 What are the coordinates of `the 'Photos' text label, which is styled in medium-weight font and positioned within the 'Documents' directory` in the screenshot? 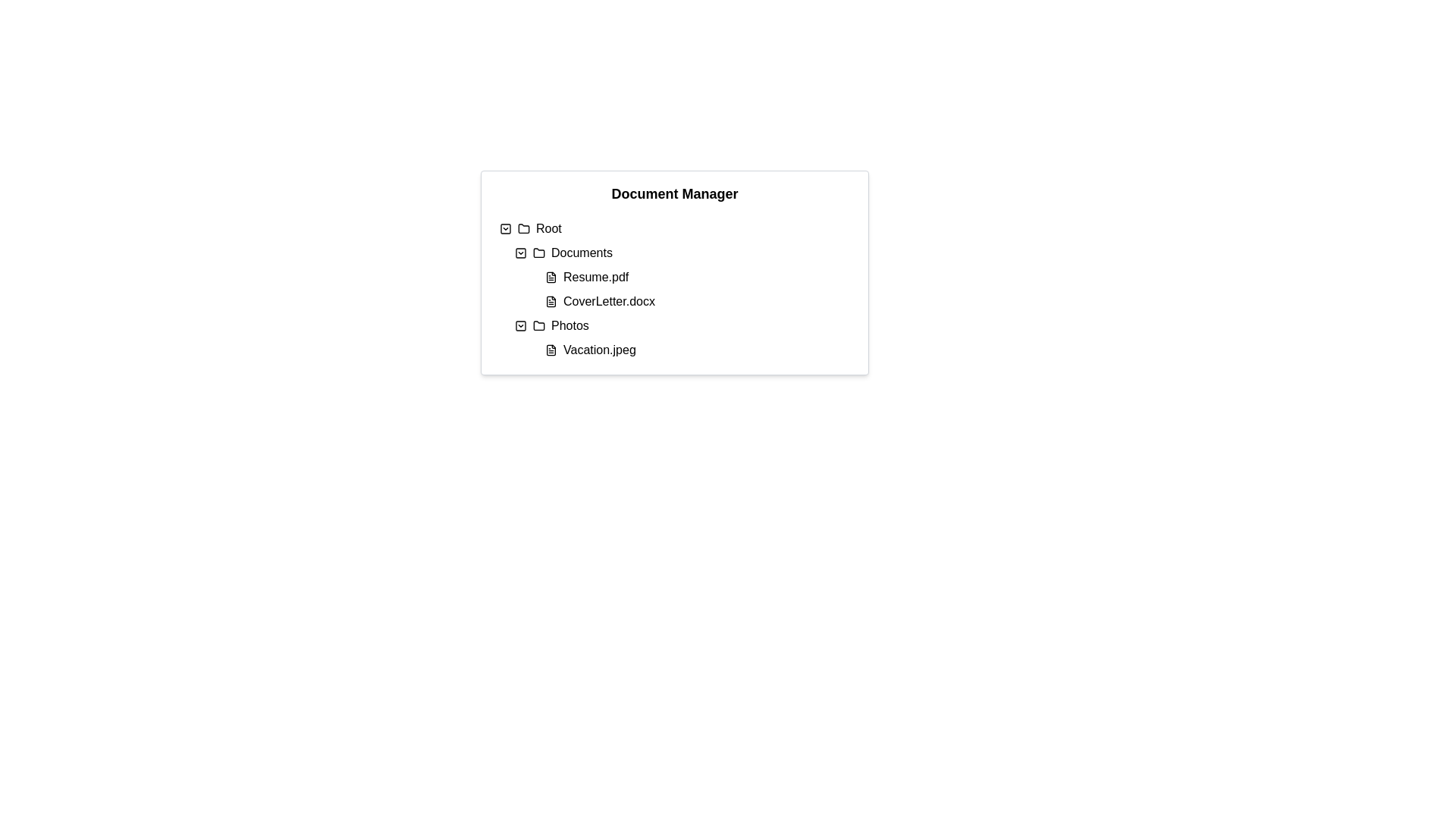 It's located at (569, 325).